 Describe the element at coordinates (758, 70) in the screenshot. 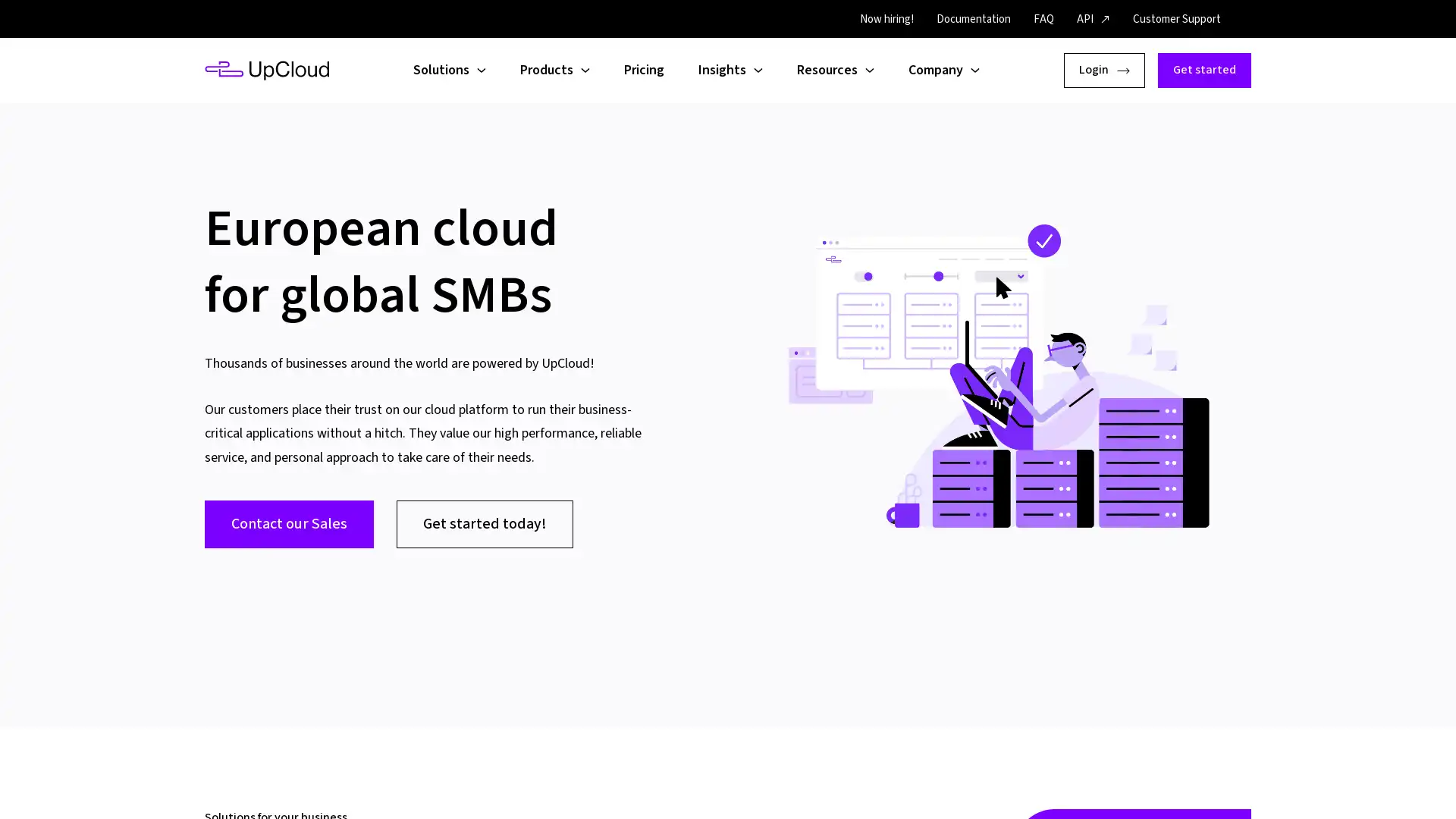

I see `Open child menu for Insights` at that location.